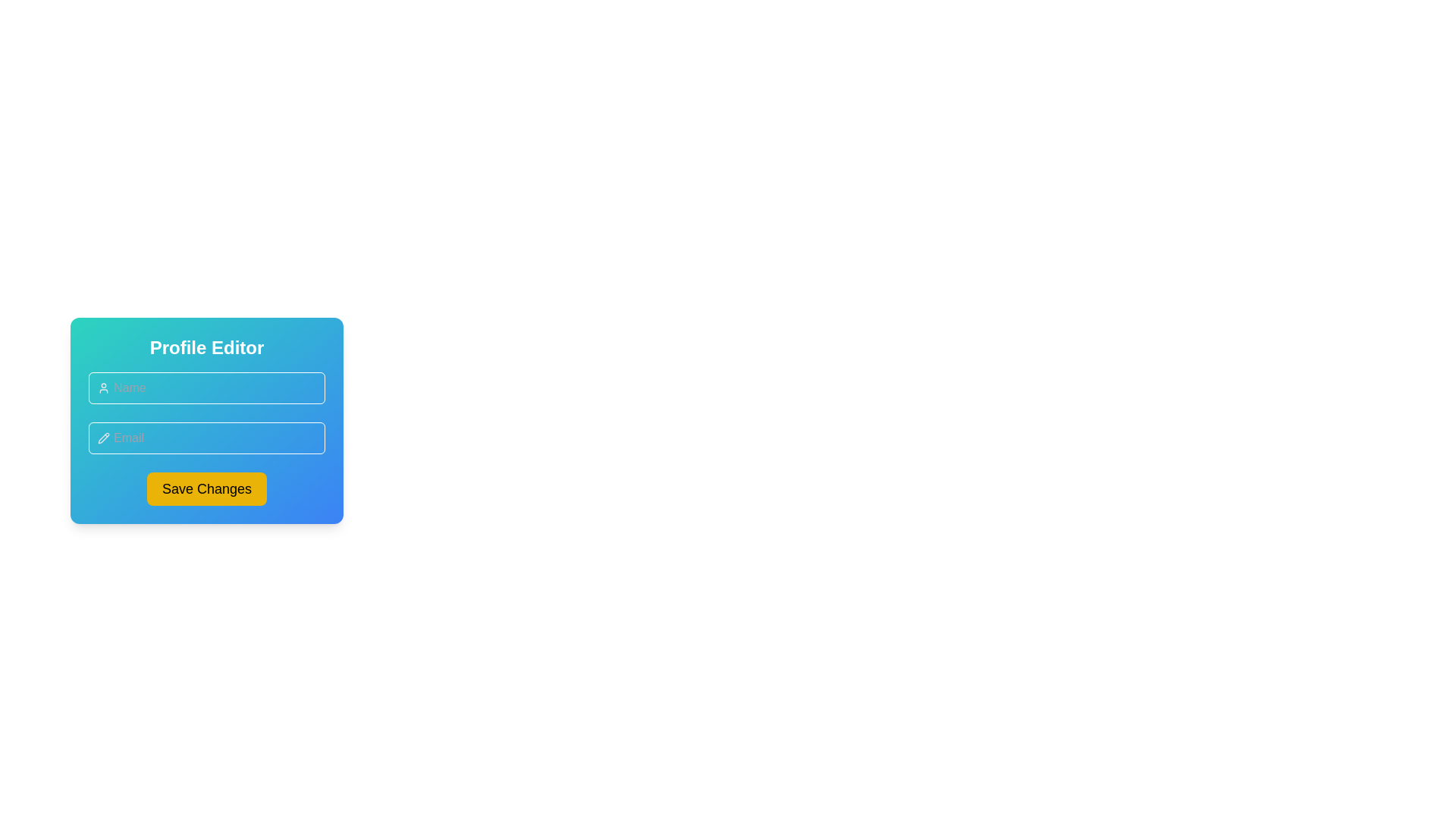 Image resolution: width=1456 pixels, height=819 pixels. What do you see at coordinates (103, 438) in the screenshot?
I see `the pencil icon indicating the edit function within the Email input field, positioned towards the left side and vertically centered` at bounding box center [103, 438].